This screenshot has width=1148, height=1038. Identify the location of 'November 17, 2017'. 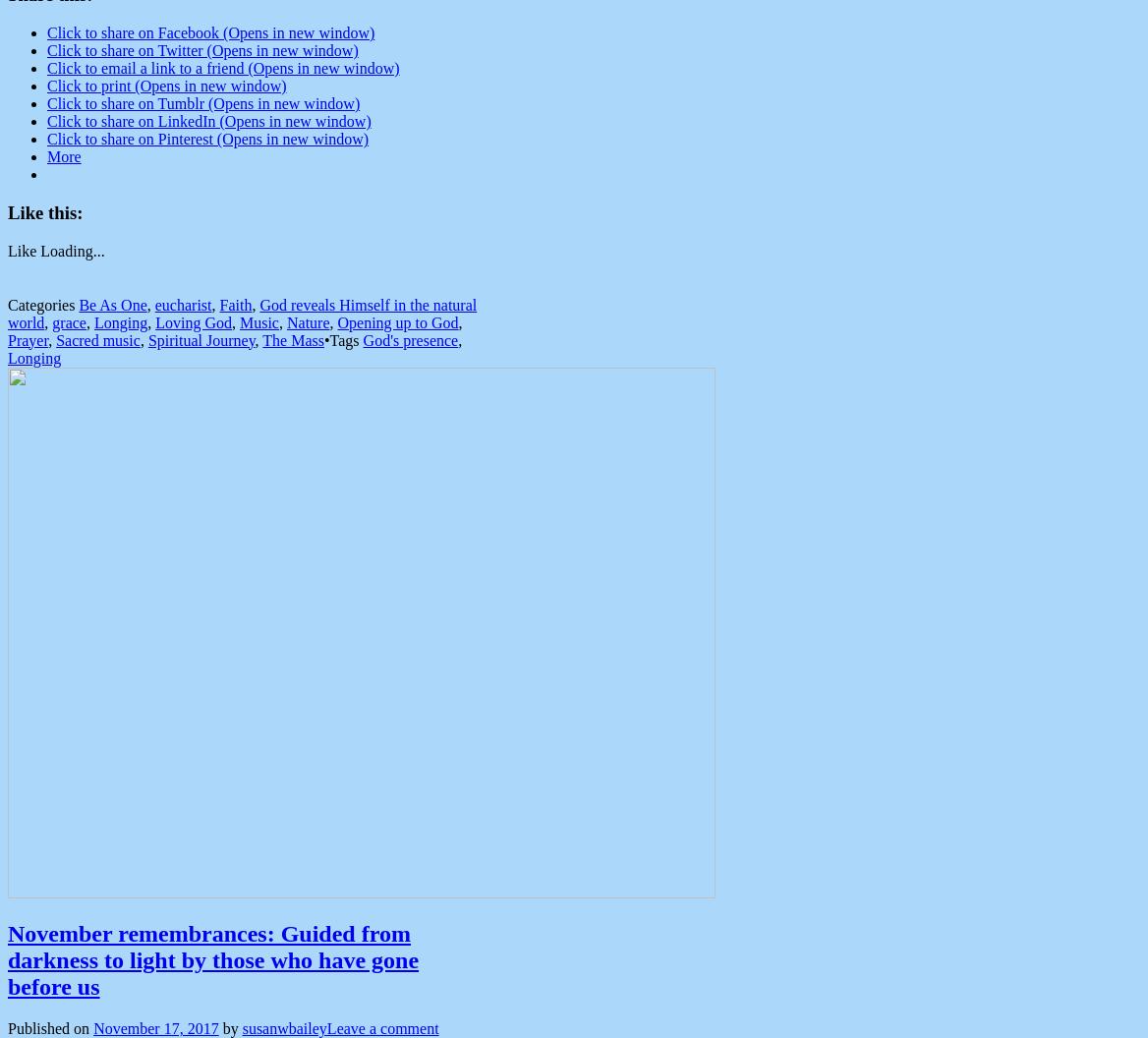
(155, 1027).